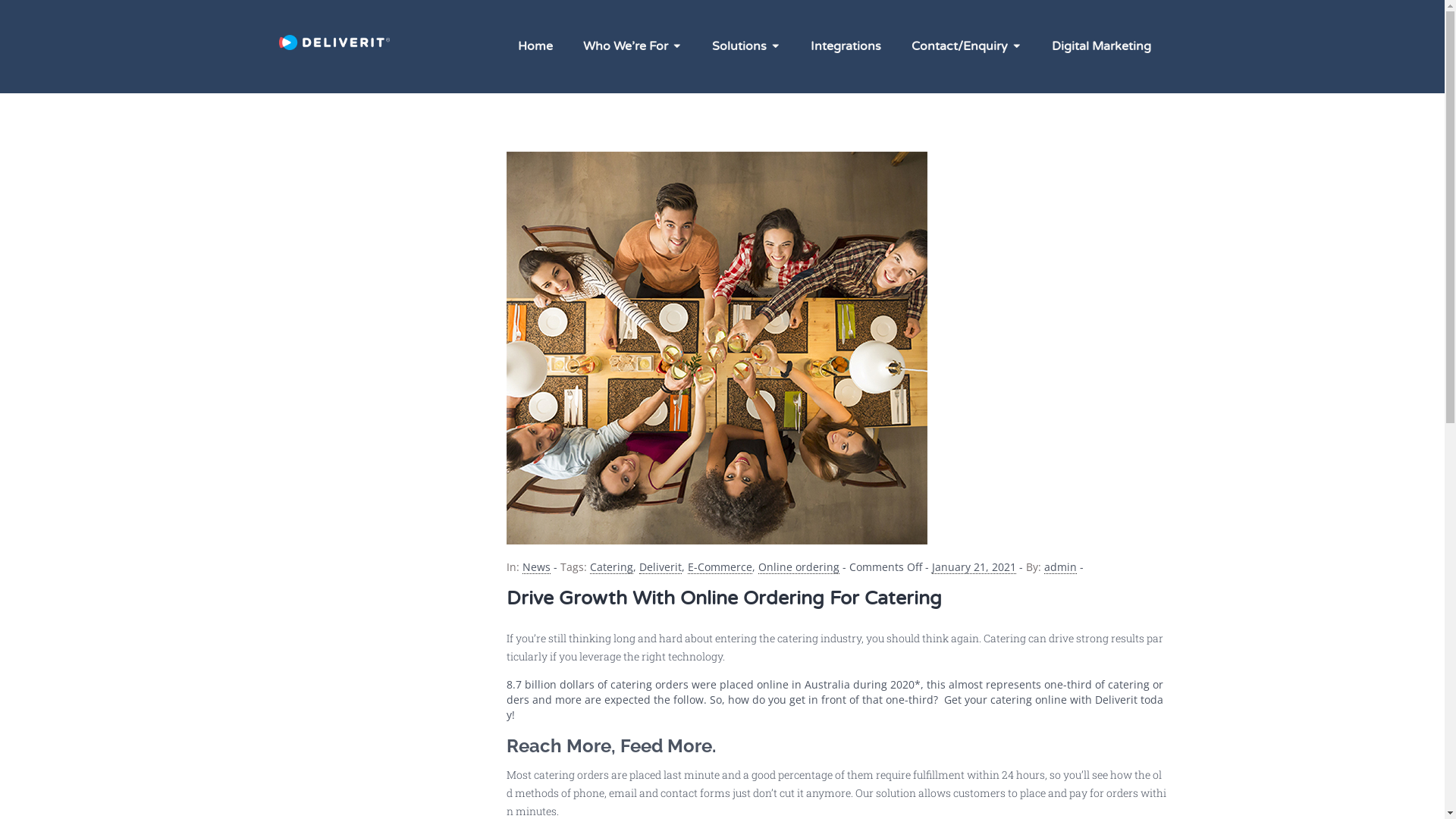  What do you see at coordinates (793, 45) in the screenshot?
I see `'Integrations'` at bounding box center [793, 45].